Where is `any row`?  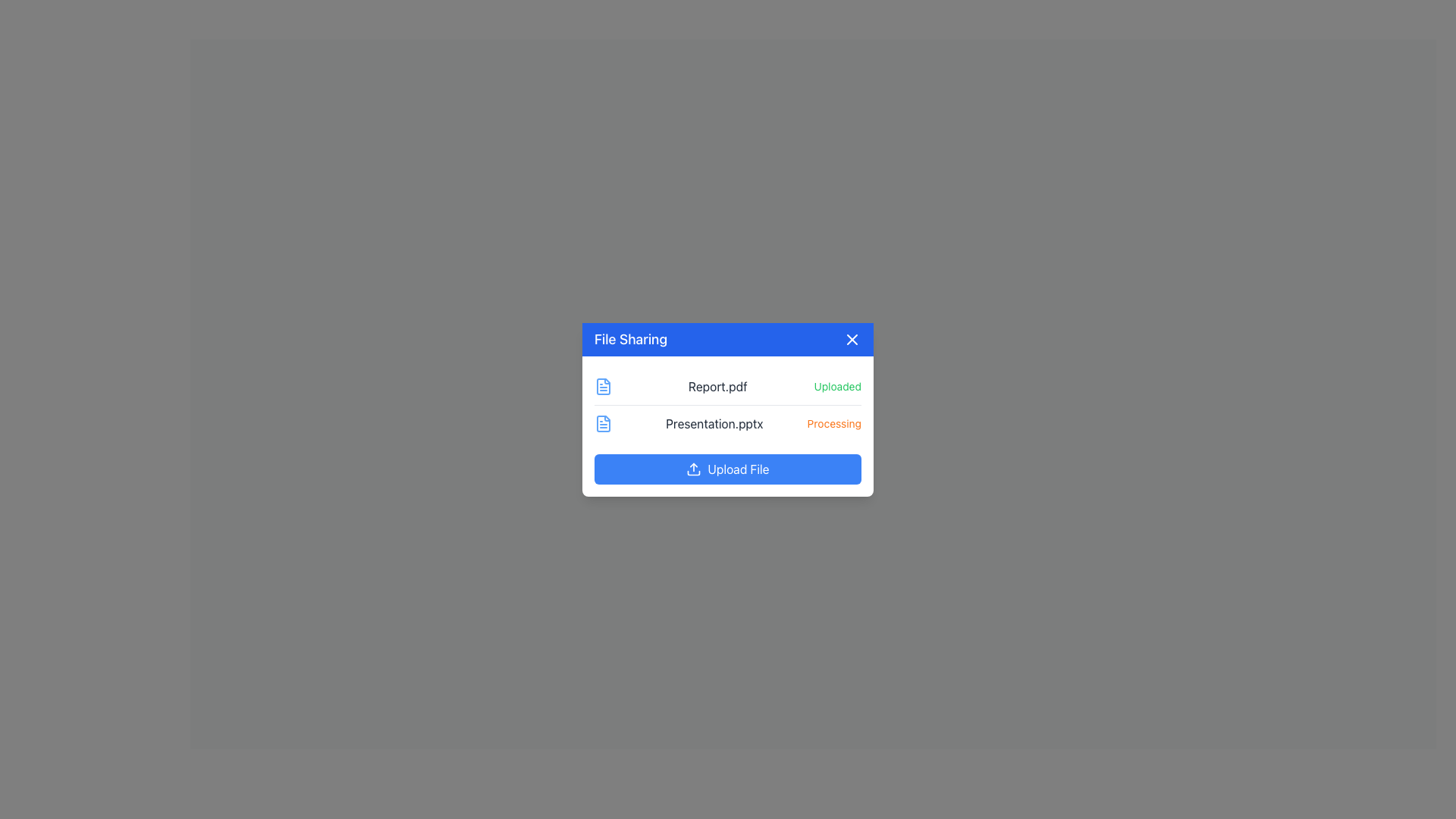
any row is located at coordinates (728, 403).